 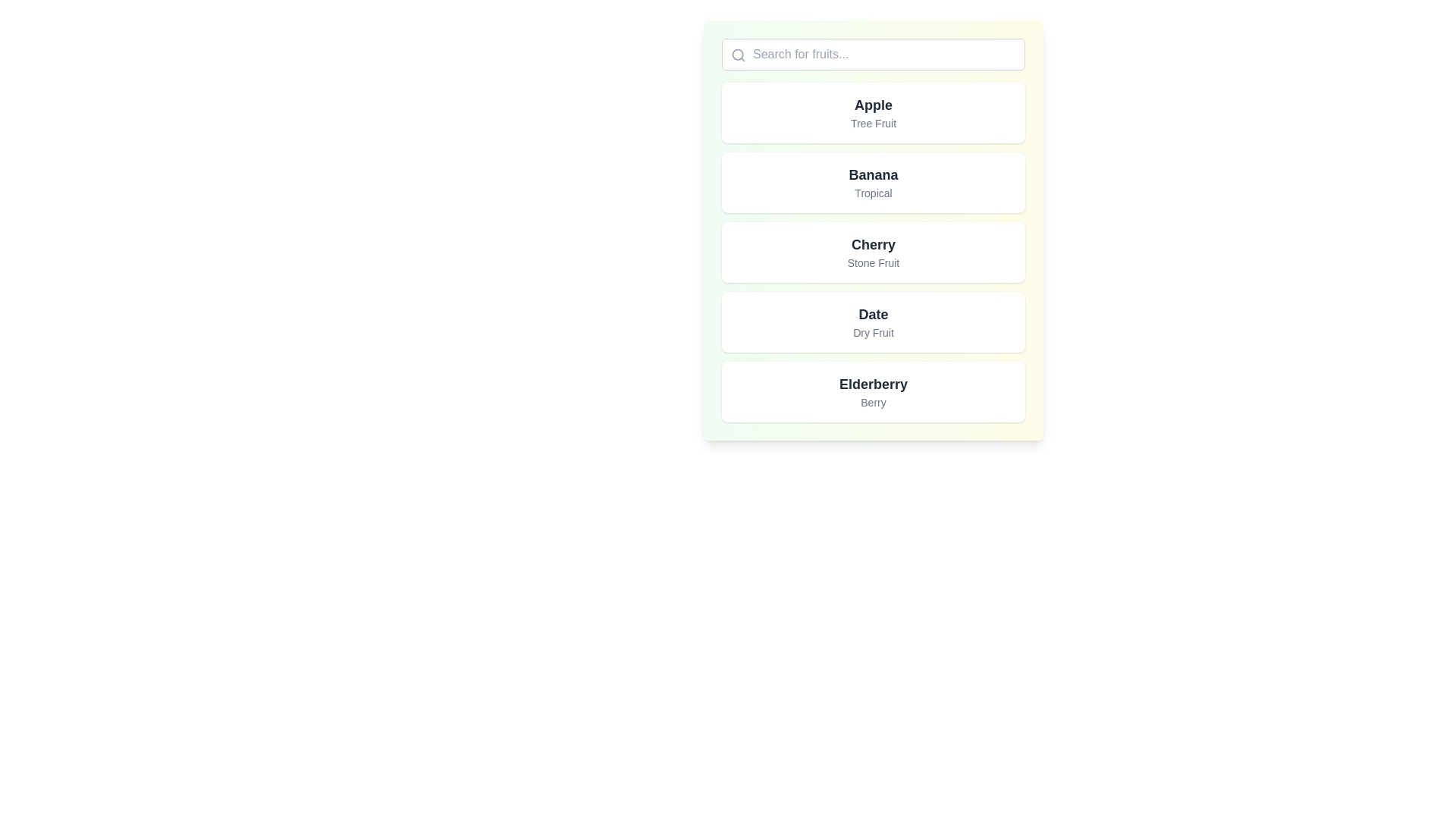 What do you see at coordinates (874, 402) in the screenshot?
I see `the small text label displaying the word 'Berry' in a gray font, positioned below the 'Elderberry' title in the fifth item of a vertically stacked list` at bounding box center [874, 402].